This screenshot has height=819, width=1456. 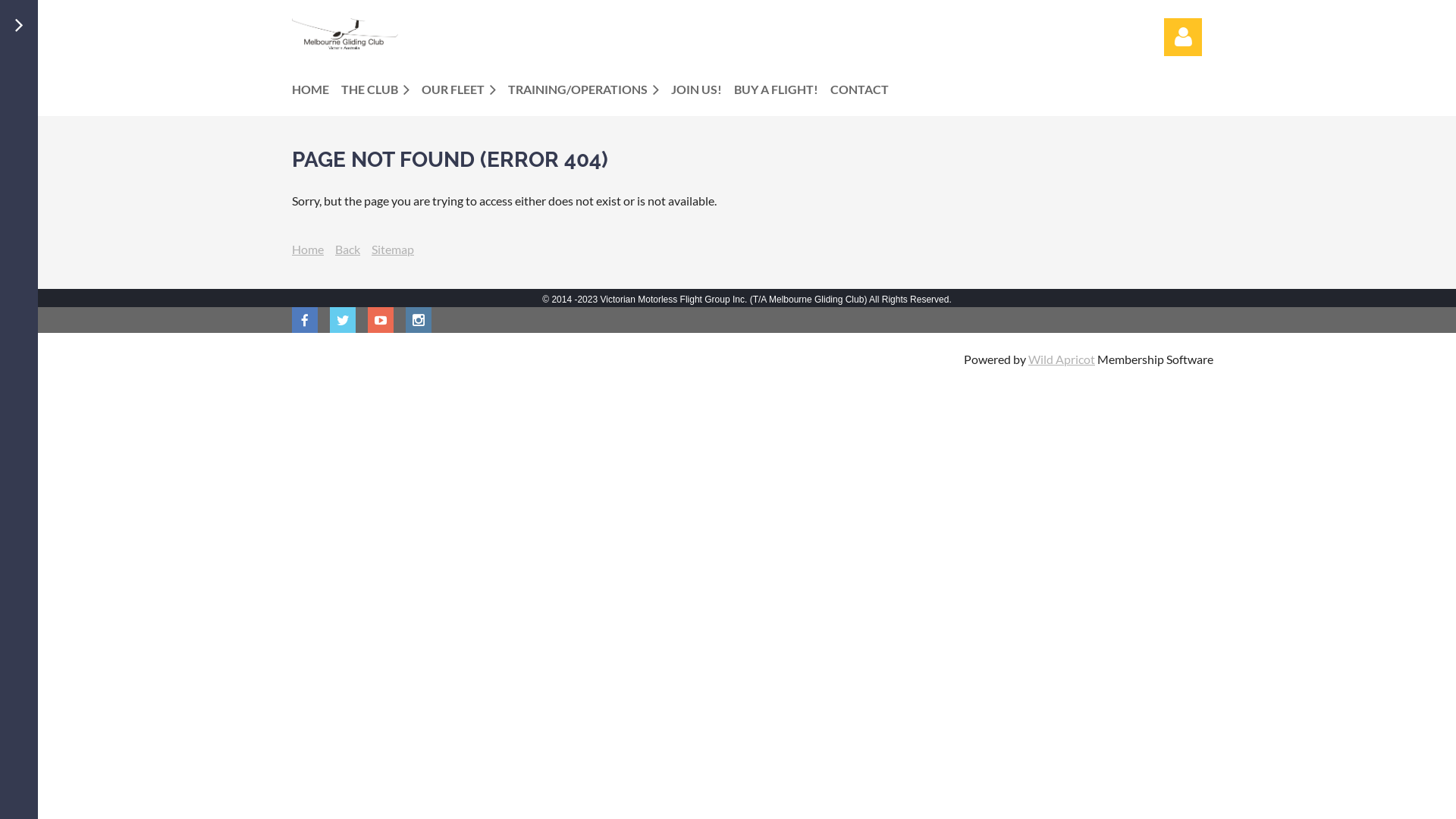 What do you see at coordinates (393, 248) in the screenshot?
I see `'Sitemap'` at bounding box center [393, 248].